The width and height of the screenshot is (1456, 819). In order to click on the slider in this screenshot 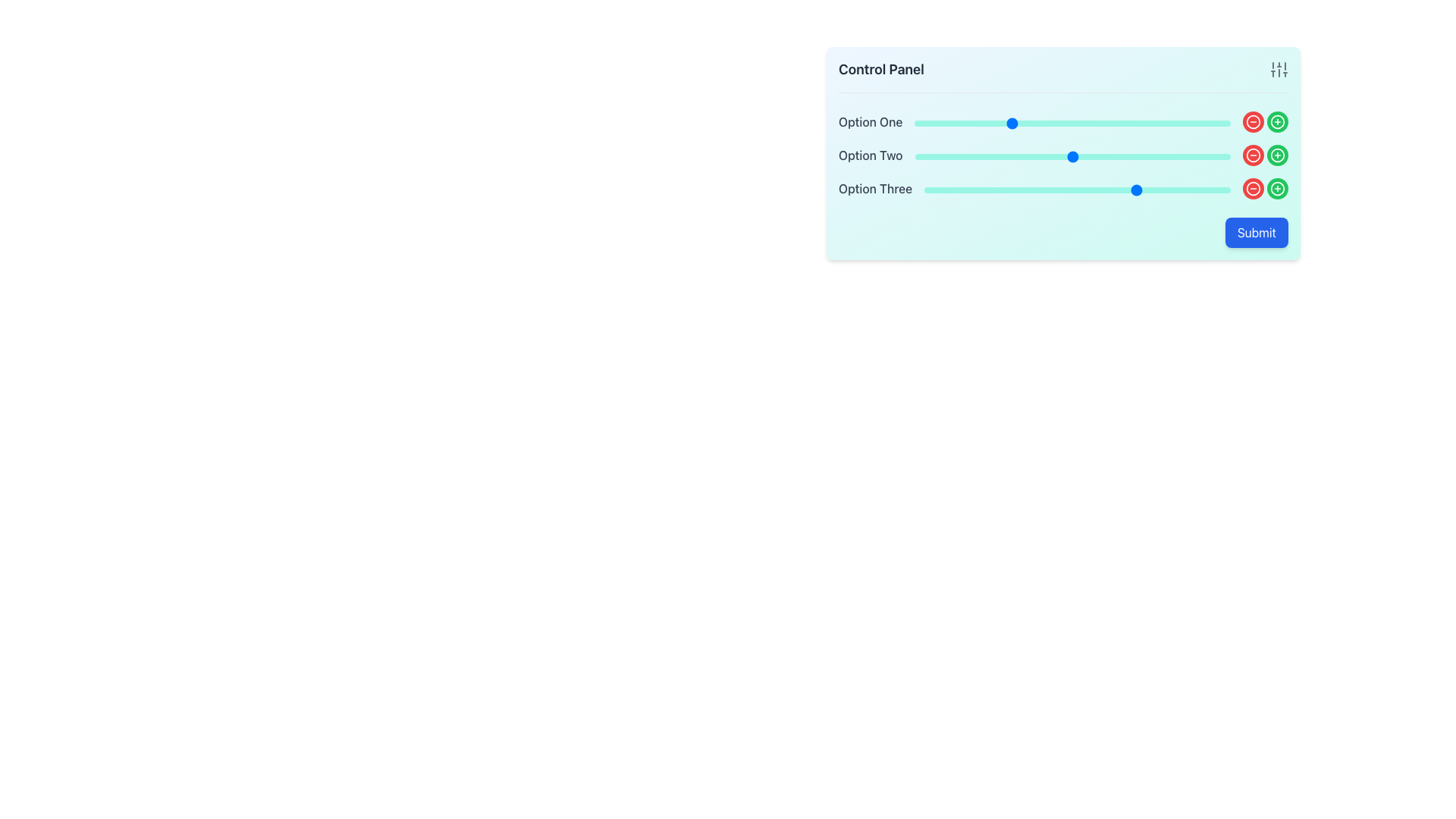, I will do `click(1211, 122)`.